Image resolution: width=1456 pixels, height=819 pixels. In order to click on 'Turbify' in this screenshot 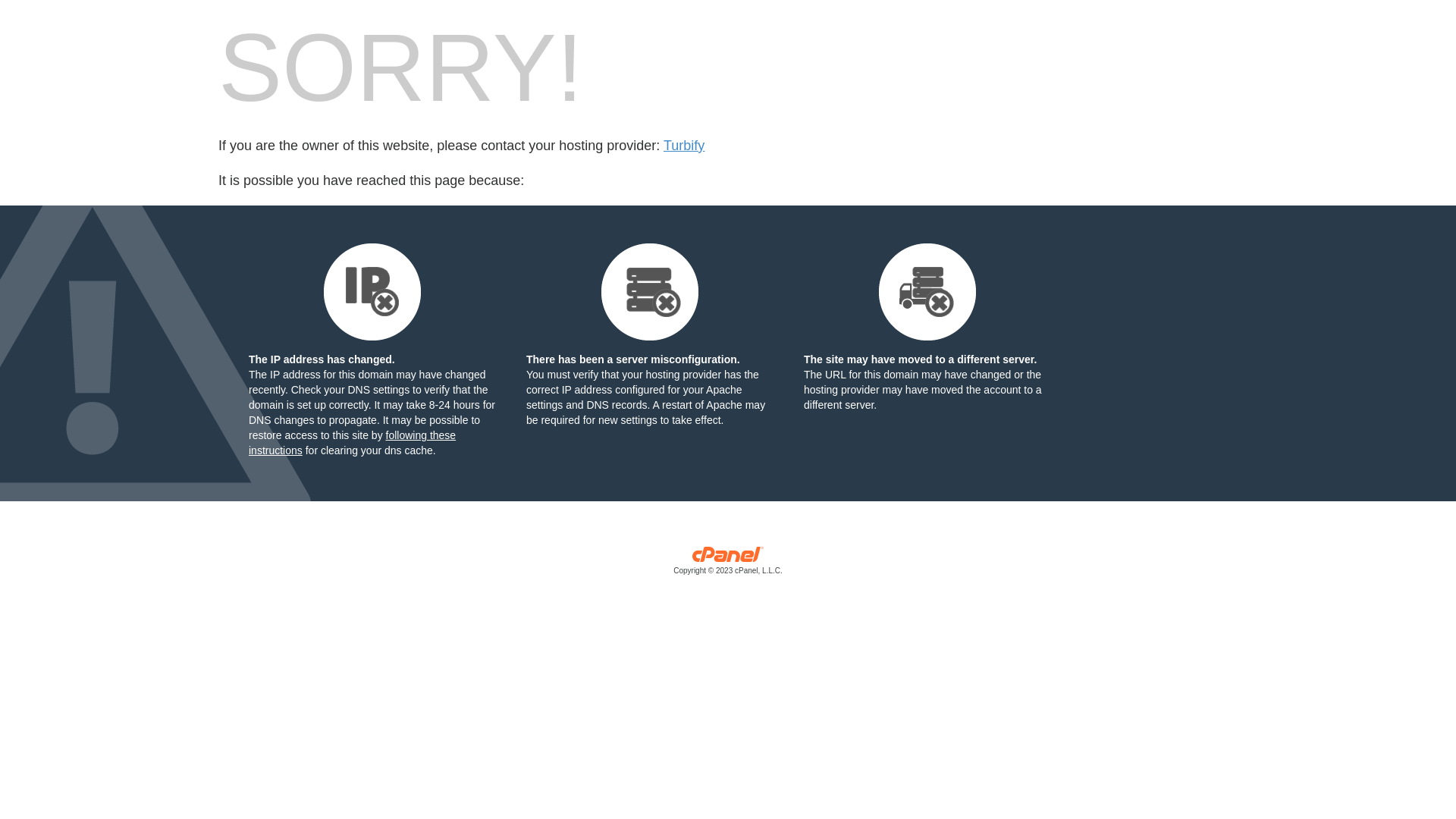, I will do `click(683, 146)`.